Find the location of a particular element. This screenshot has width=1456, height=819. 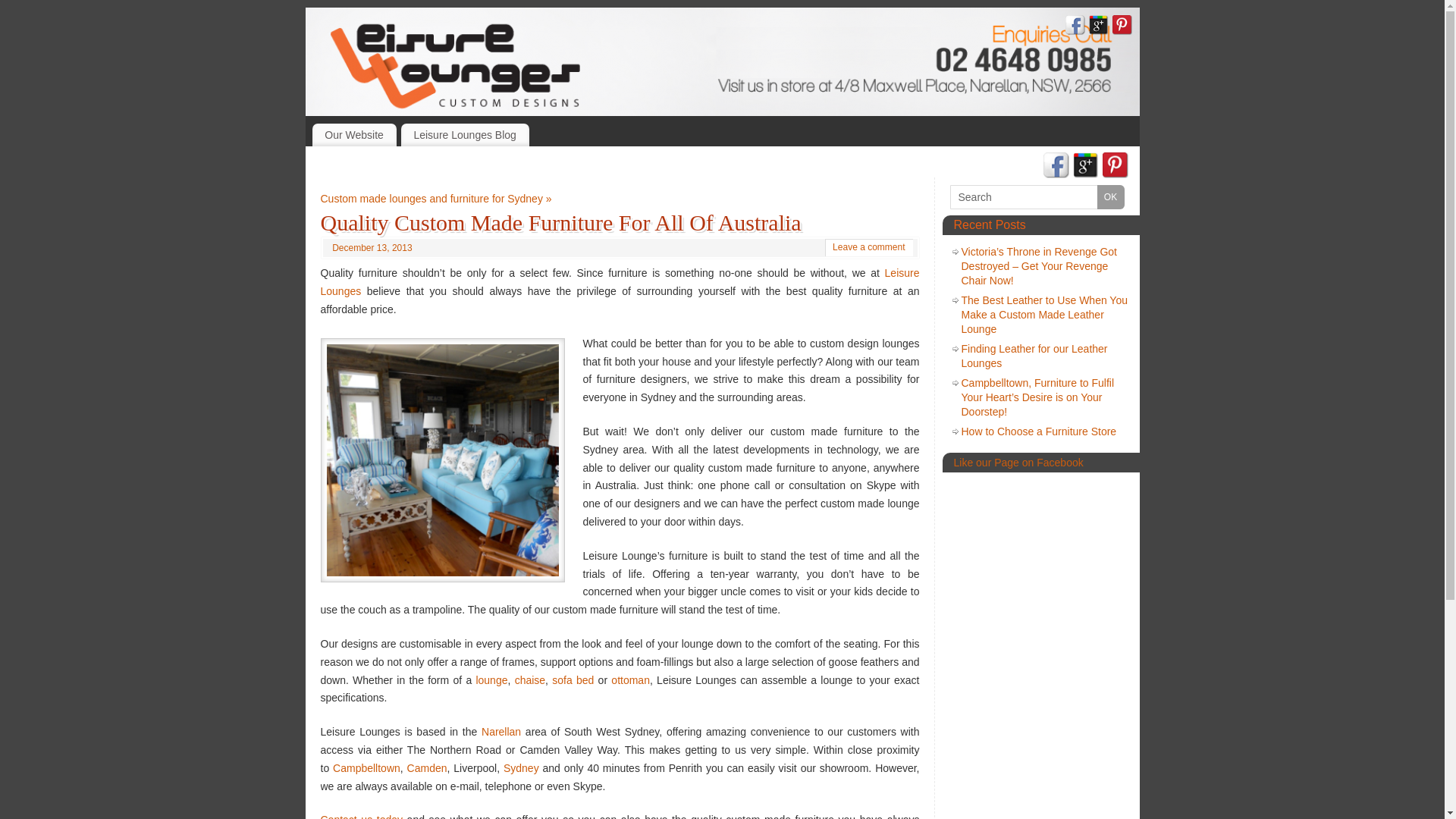

'Leisure Lounges Blog' is located at coordinates (464, 133).